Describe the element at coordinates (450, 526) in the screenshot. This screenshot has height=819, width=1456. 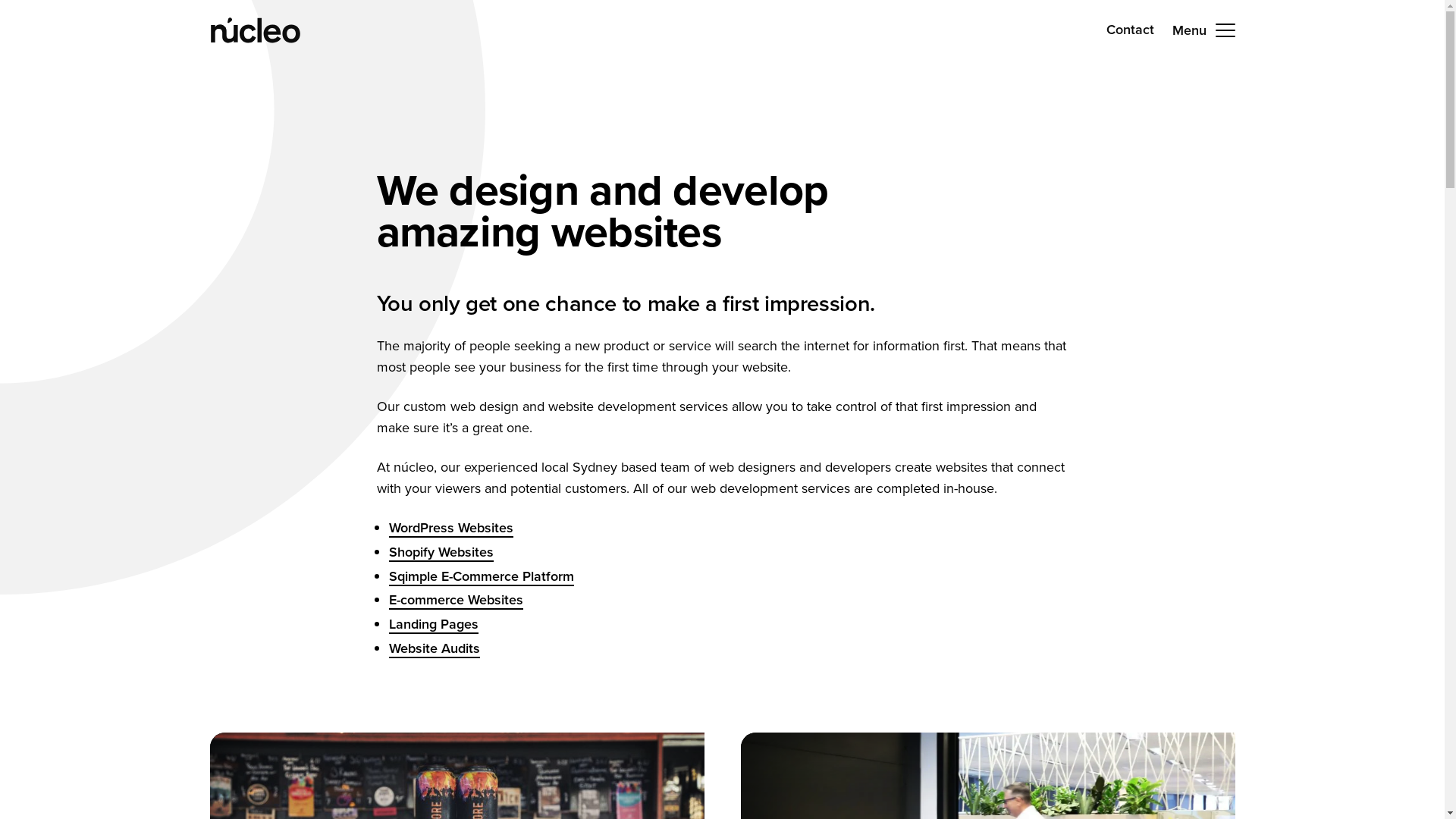
I see `'WordPress Websites'` at that location.